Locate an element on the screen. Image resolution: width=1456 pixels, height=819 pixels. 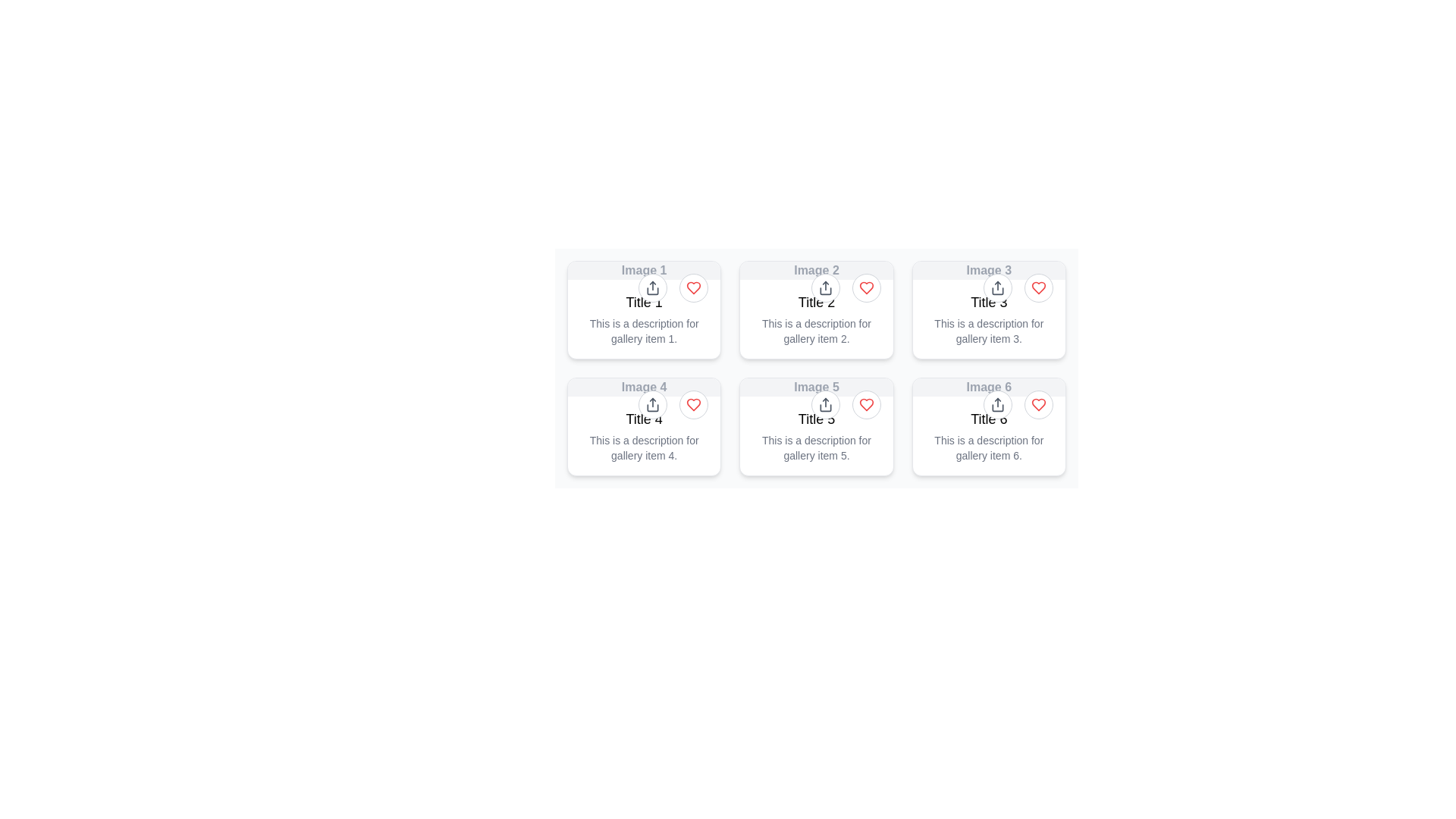
the Text Content Block displaying the title and brief description for the fourth gallery item located directly beneath 'Image 4' is located at coordinates (644, 435).